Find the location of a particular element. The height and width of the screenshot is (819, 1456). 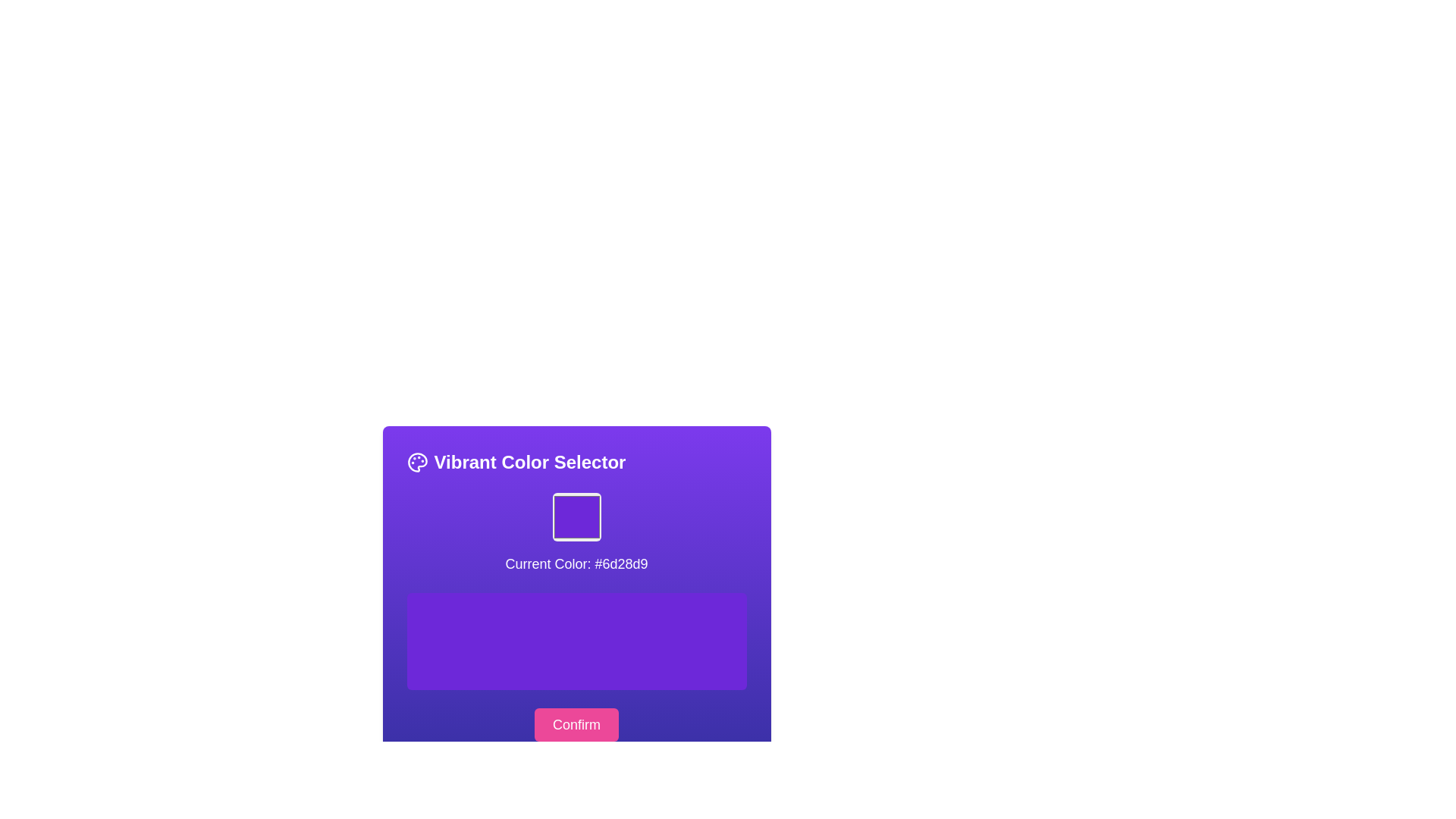

the Text Label that indicates the currently selected color, which is centrally located beneath the square color preview area and above the larger purple rectangular area is located at coordinates (576, 564).